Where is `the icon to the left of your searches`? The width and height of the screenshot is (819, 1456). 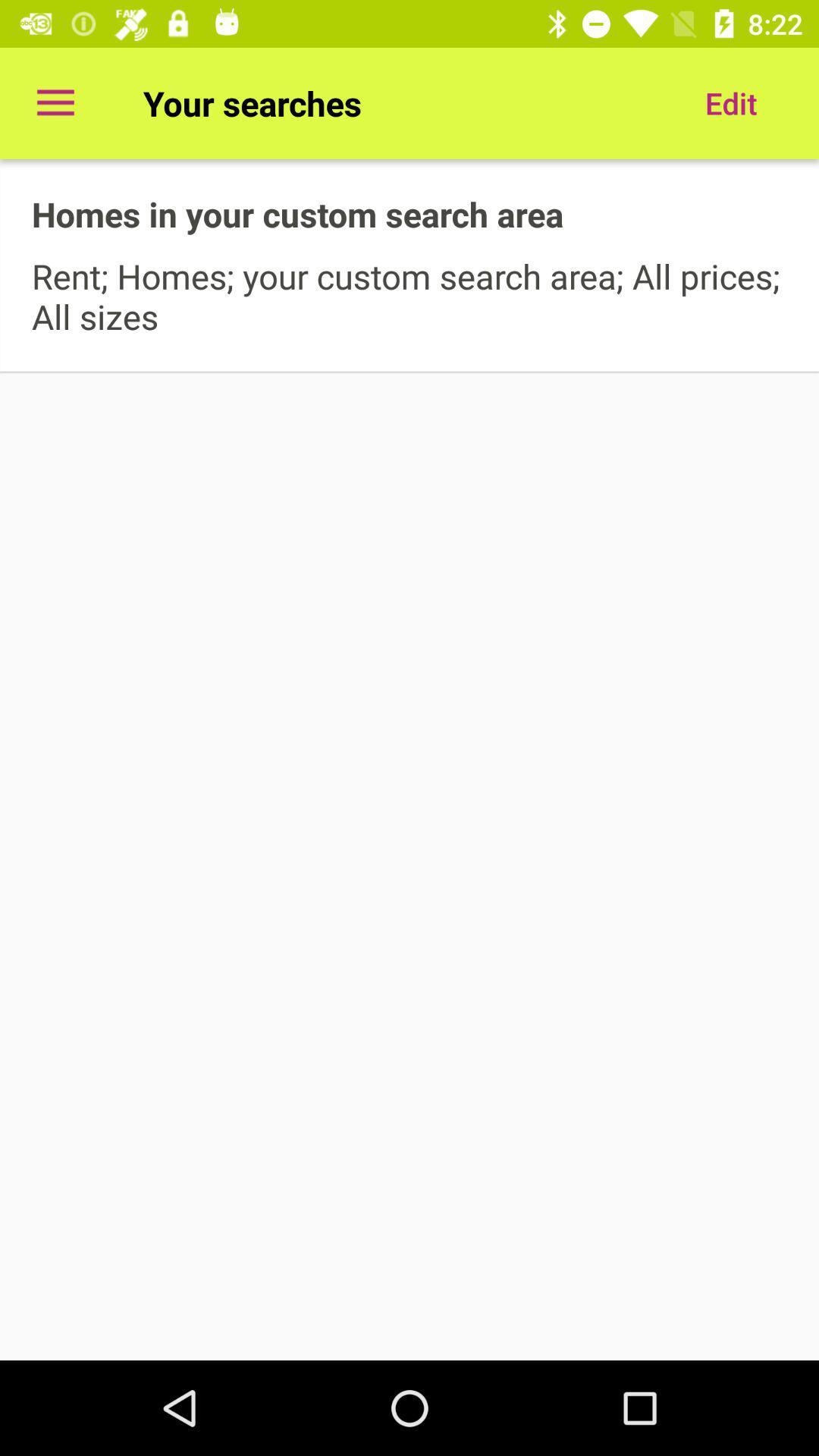
the icon to the left of your searches is located at coordinates (55, 102).